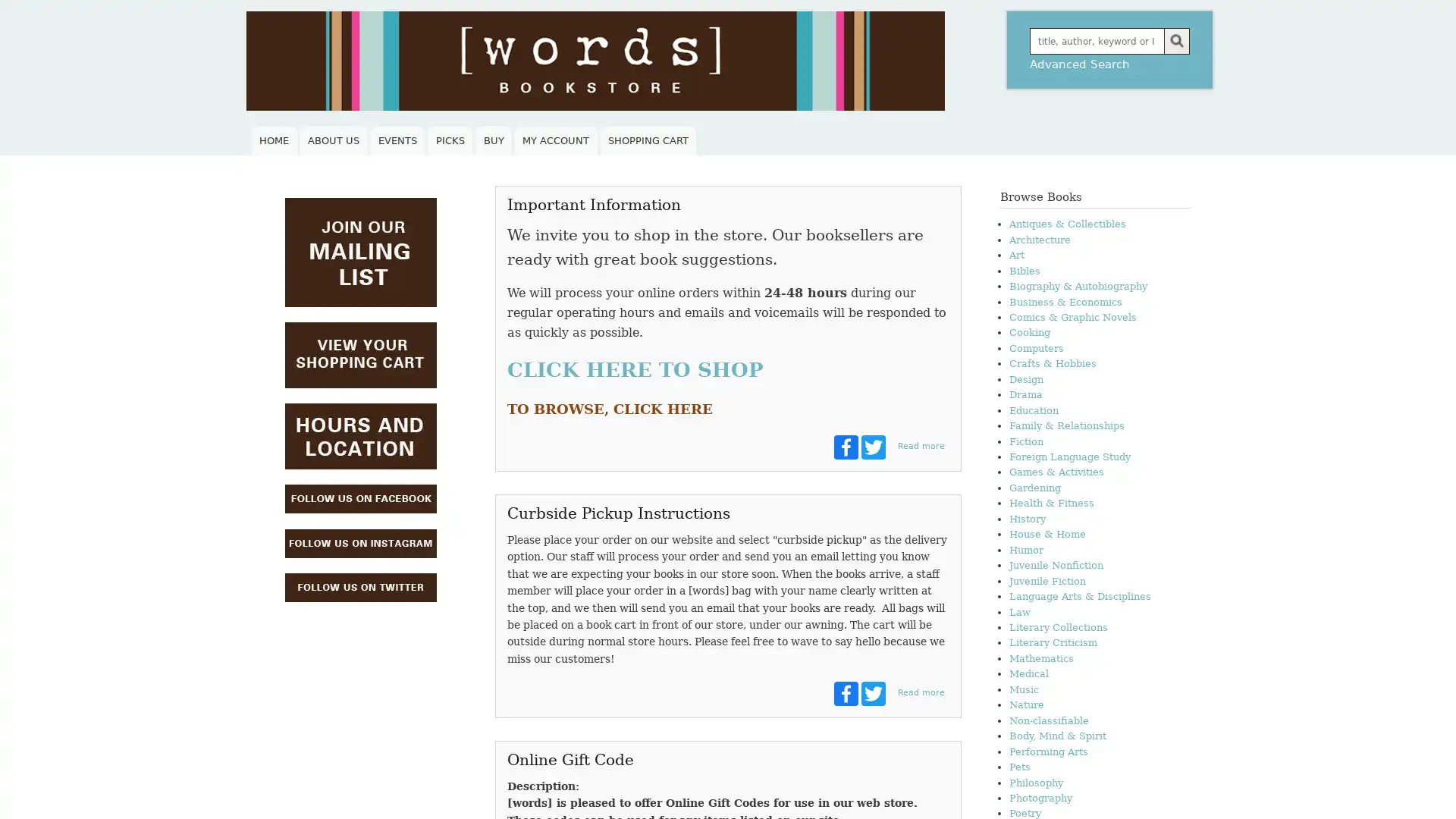  I want to click on Search, so click(1175, 40).